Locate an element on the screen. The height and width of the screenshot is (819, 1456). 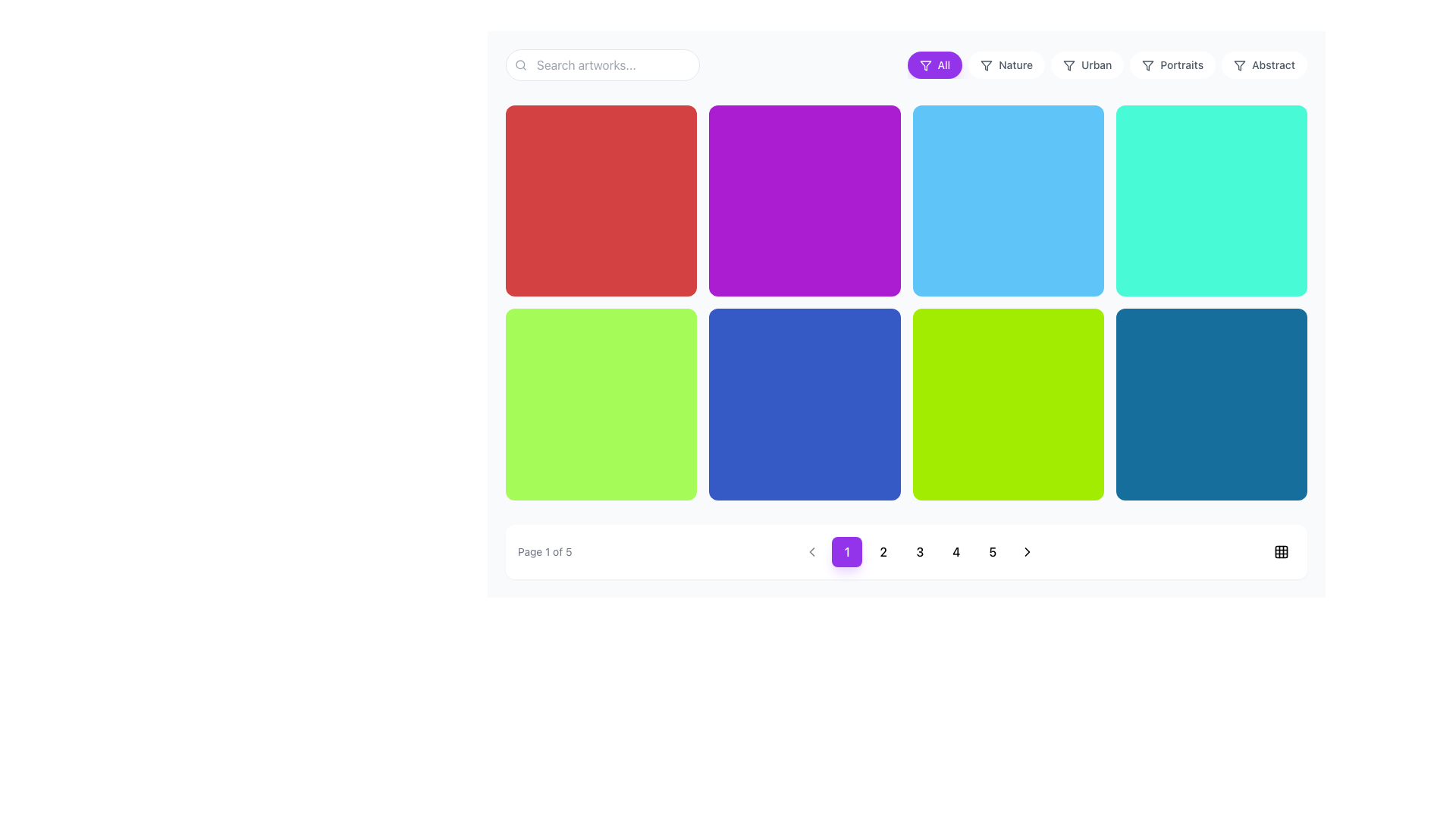
the filter icon within the 'portraits' button, which has a minimalistic outline design and is located in the upper-right section of the interface is located at coordinates (1148, 65).